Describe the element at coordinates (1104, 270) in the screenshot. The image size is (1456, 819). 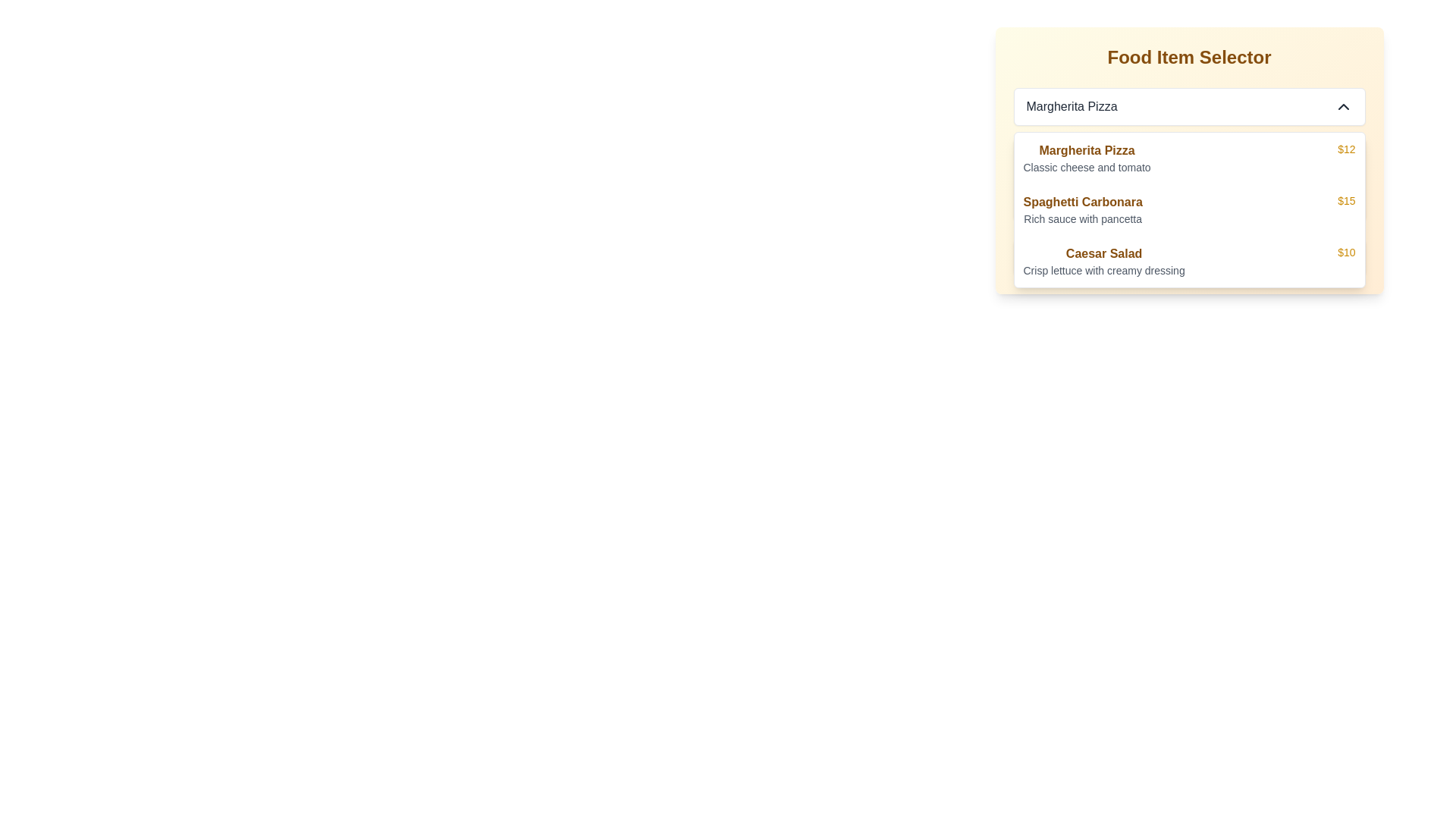
I see `the text label displaying 'Crisp lettuce with creamy dressing', which is located beneath the 'Caesar Salad' title in the 'Food Item Selector' menu panel` at that location.